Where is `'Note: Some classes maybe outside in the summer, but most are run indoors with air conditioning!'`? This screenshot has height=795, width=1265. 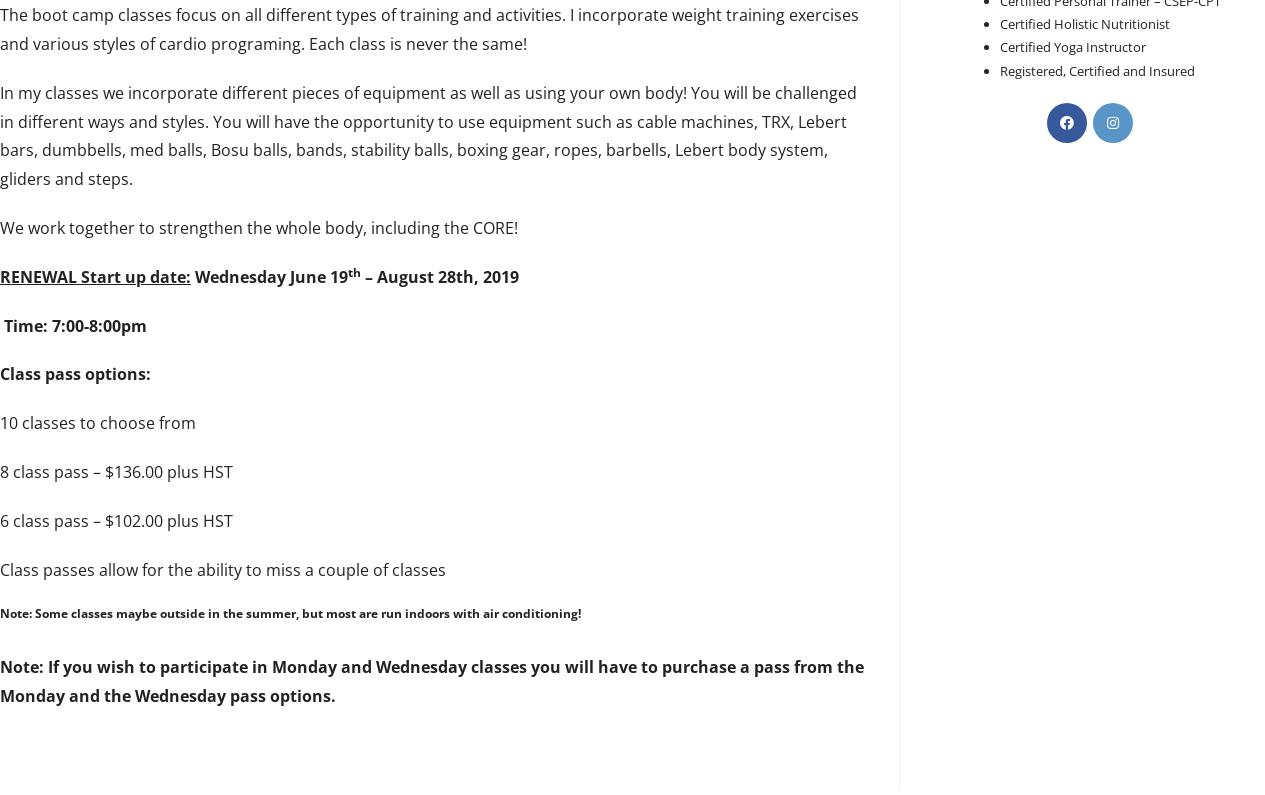
'Note: Some classes maybe outside in the summer, but most are run indoors with air conditioning!' is located at coordinates (0, 612).